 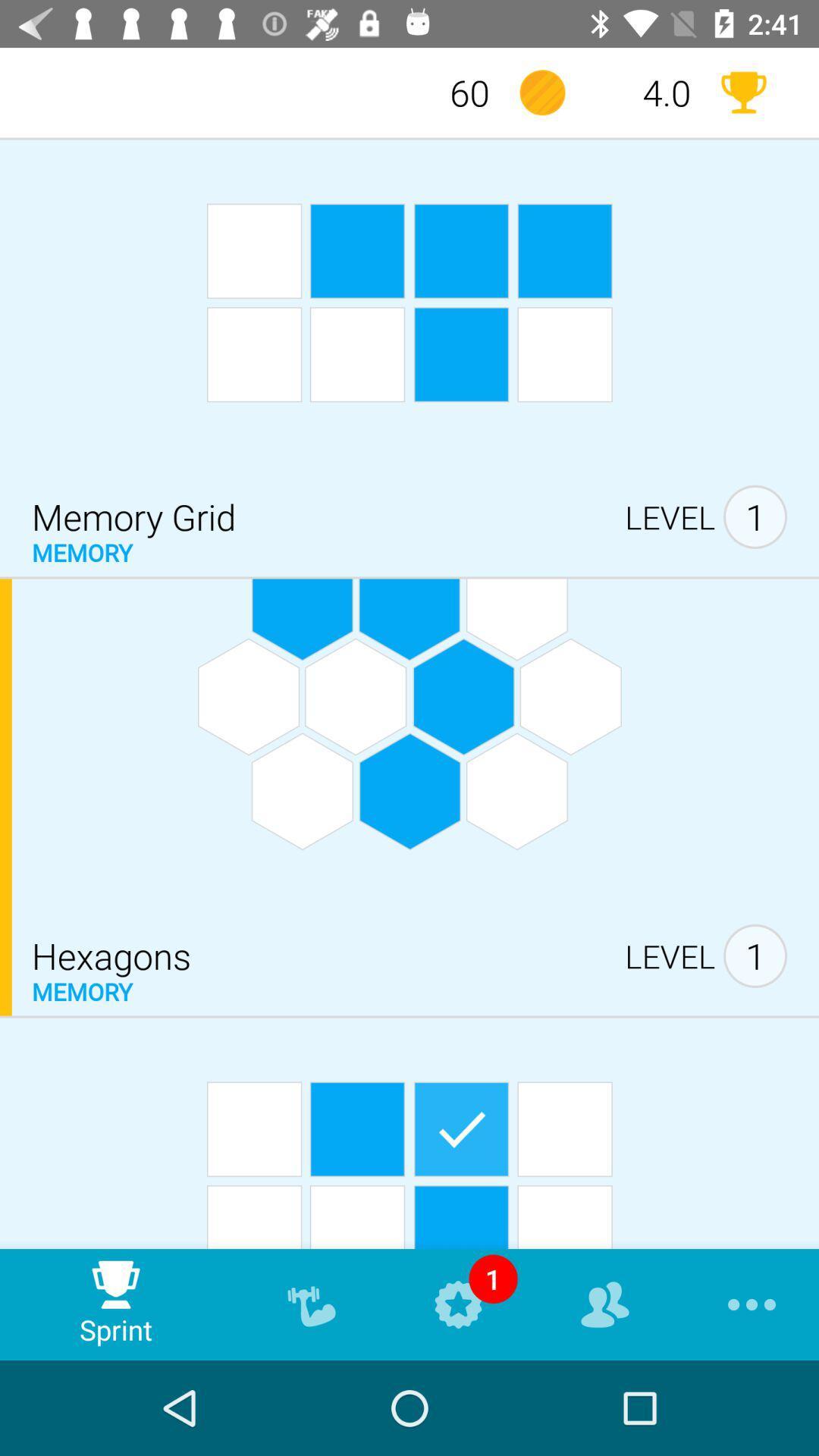 What do you see at coordinates (643, 92) in the screenshot?
I see `the 4.0 item` at bounding box center [643, 92].